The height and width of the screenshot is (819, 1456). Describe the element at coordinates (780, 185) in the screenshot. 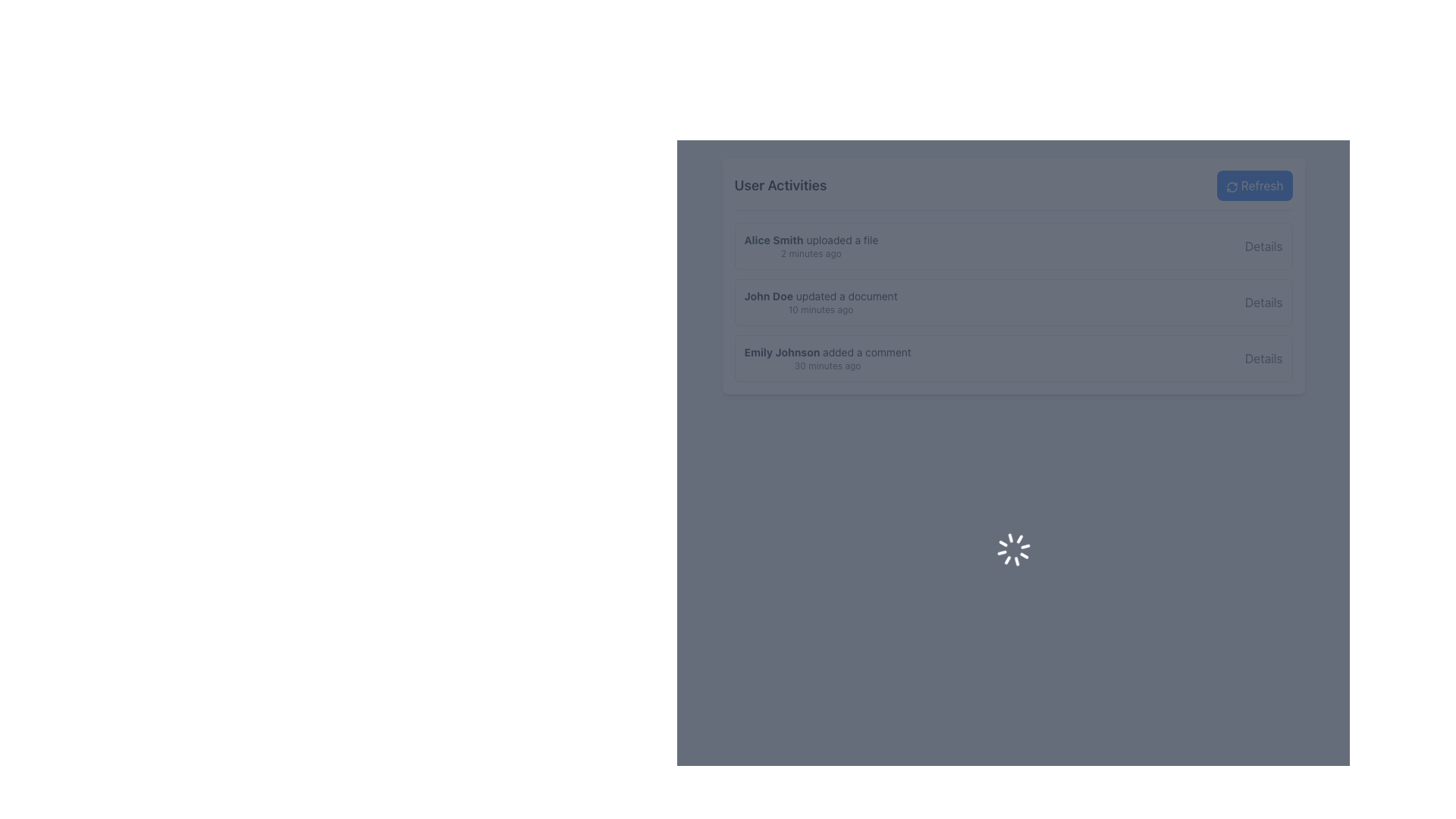

I see `the Text Label that serves as a header indicating the content or purpose of the section for user activities or logs` at that location.